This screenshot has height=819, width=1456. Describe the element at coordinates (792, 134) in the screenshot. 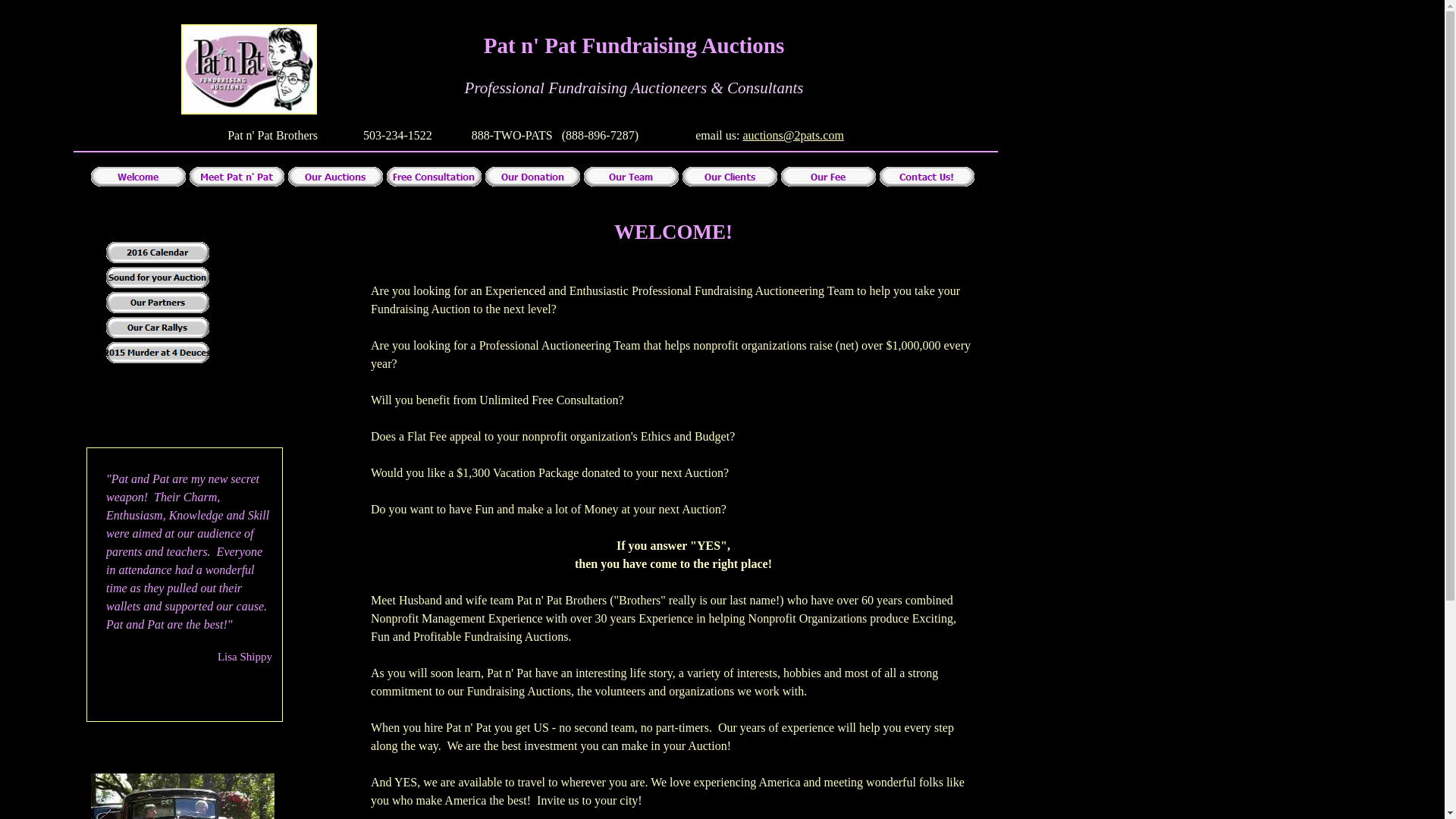

I see `'auctions@2pats.com'` at that location.